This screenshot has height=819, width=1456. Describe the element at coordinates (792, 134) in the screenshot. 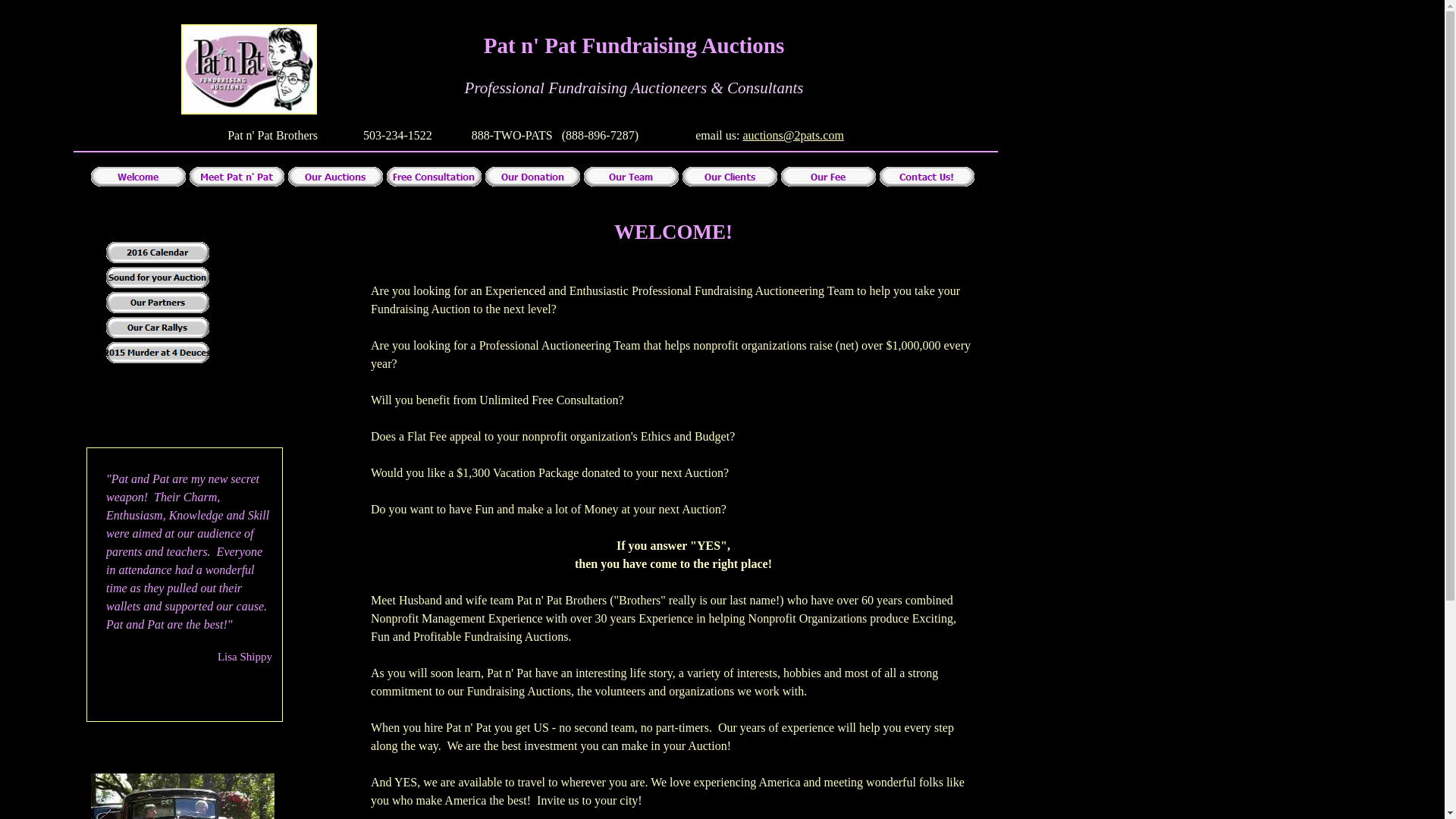

I see `'auctions@2pats.com'` at that location.